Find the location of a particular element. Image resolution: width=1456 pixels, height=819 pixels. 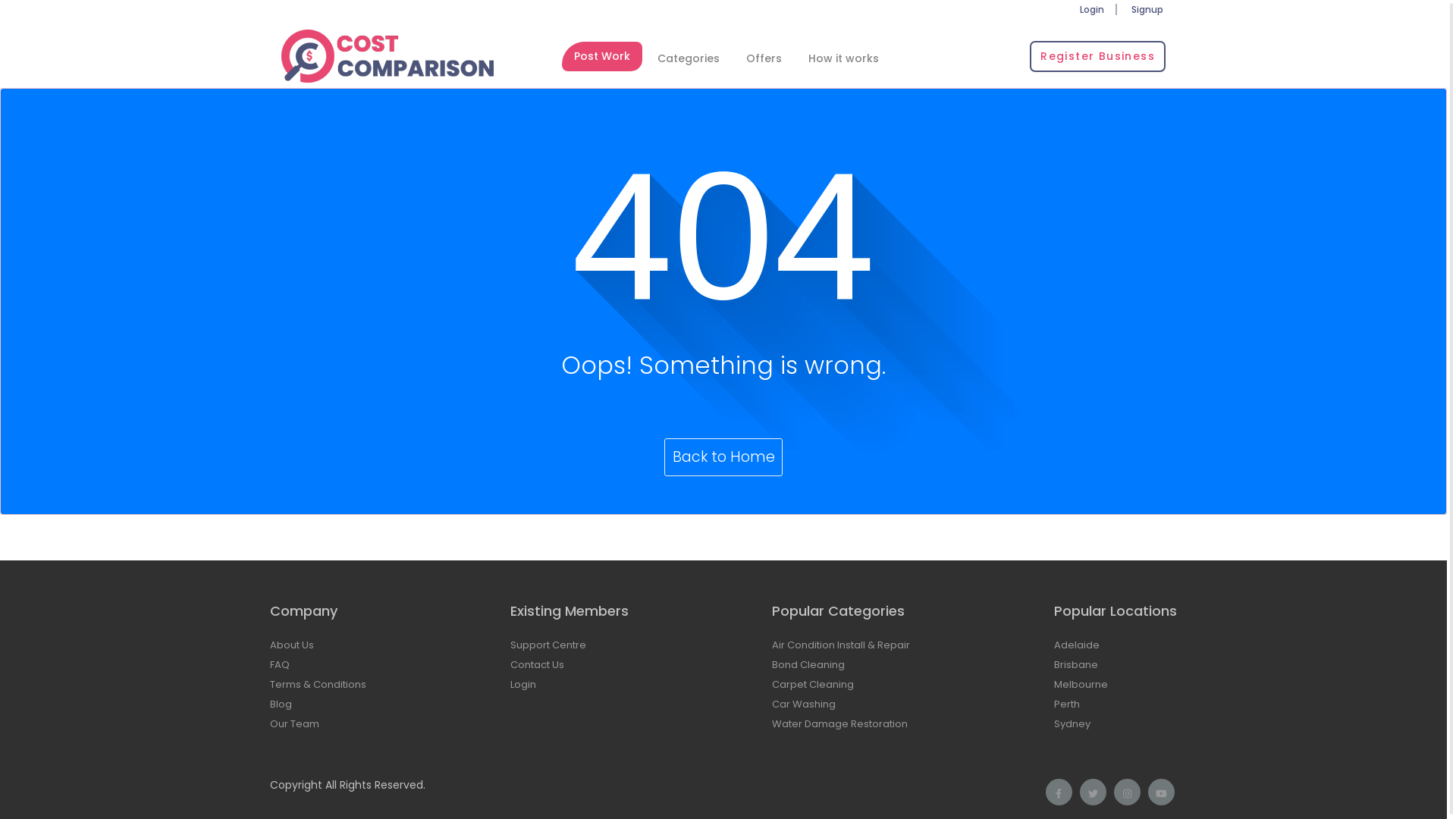

'Air Condition Install & Repair' is located at coordinates (839, 645).